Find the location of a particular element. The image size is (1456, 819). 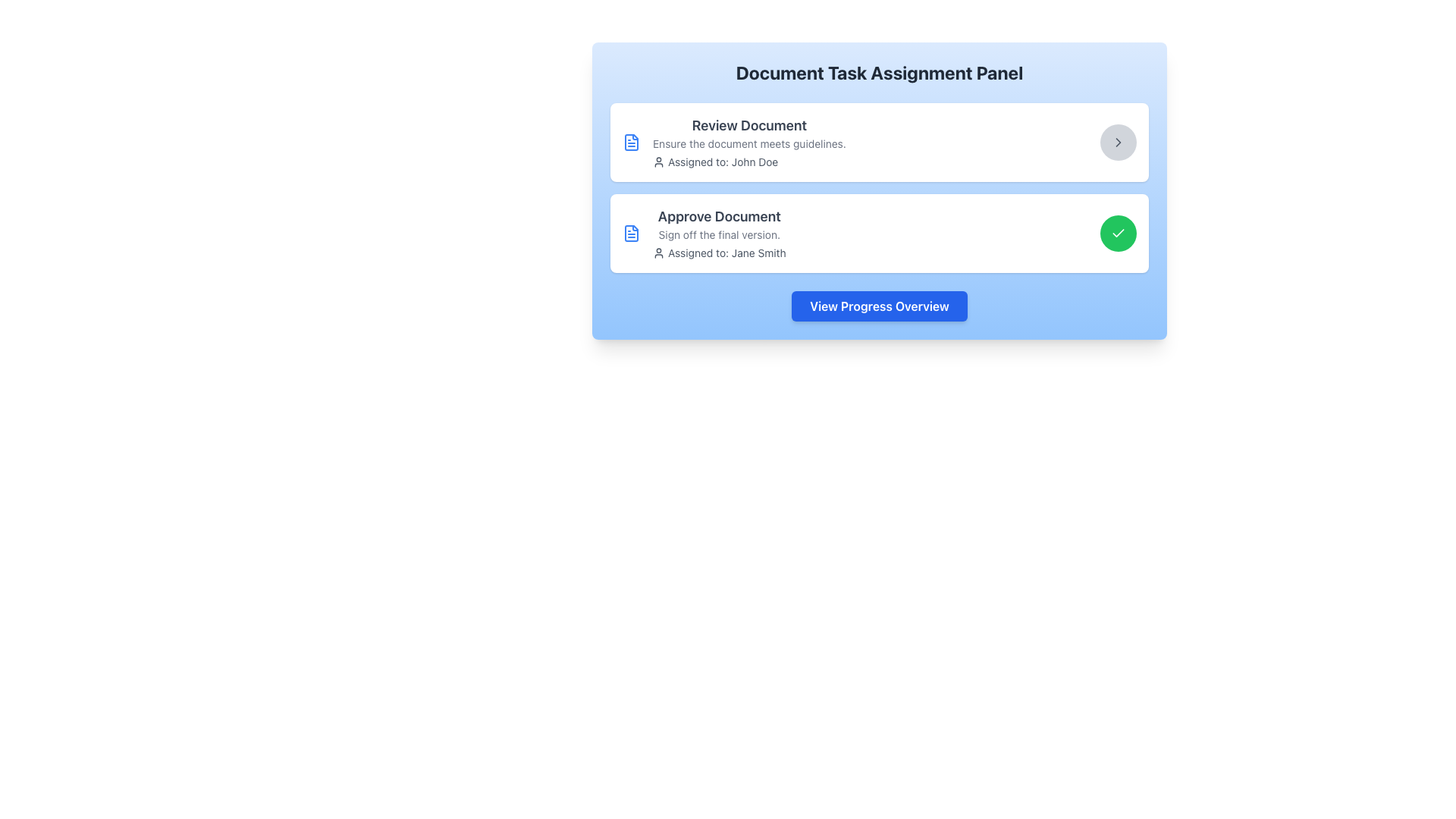

the text label reading 'Sign off the final version.' located below the title 'Approve Document' and above 'Assigned to: Jane Smith' in the document task panel is located at coordinates (718, 234).